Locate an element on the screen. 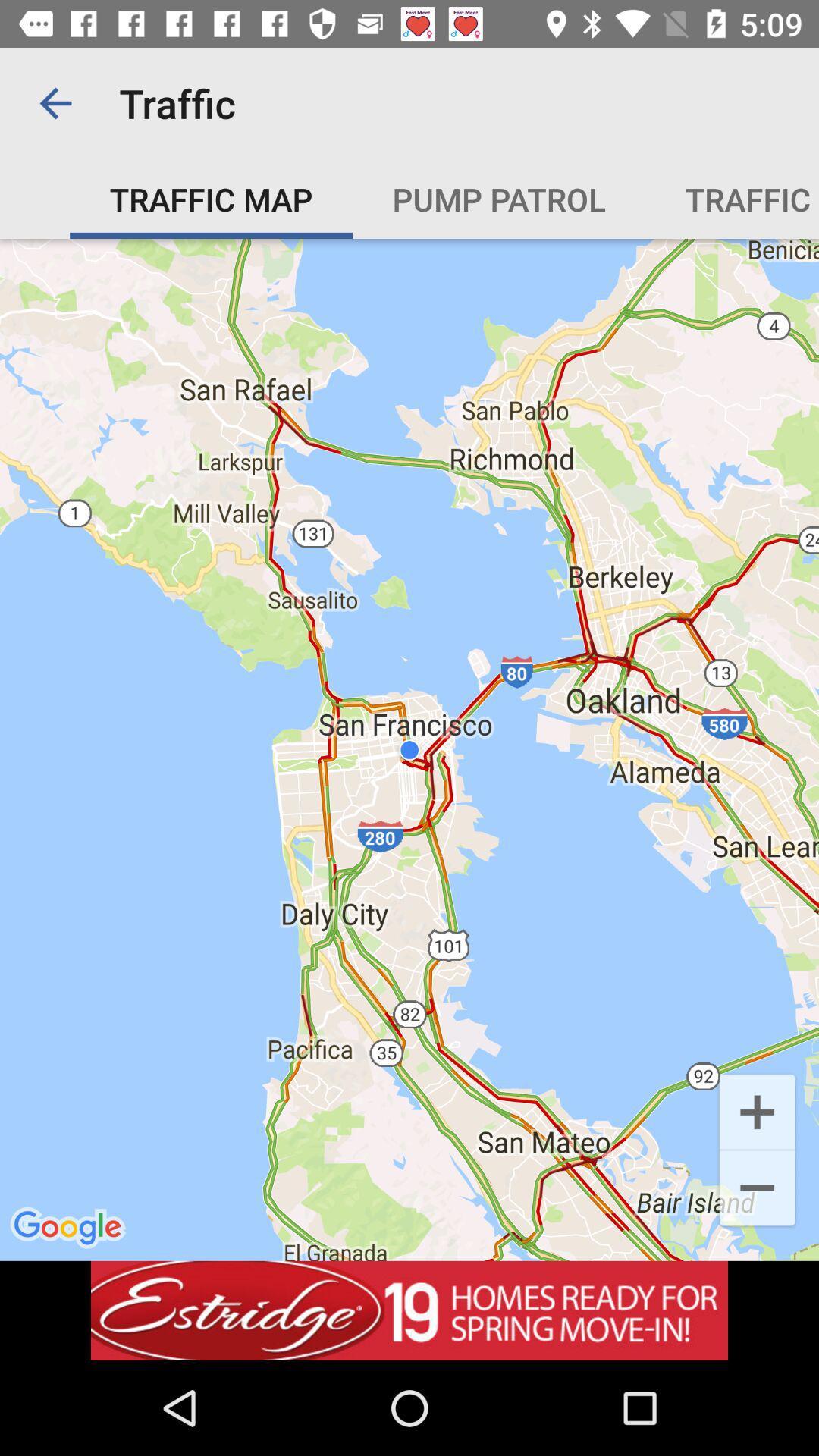 The image size is (819, 1456). advertisement is located at coordinates (409, 1310).